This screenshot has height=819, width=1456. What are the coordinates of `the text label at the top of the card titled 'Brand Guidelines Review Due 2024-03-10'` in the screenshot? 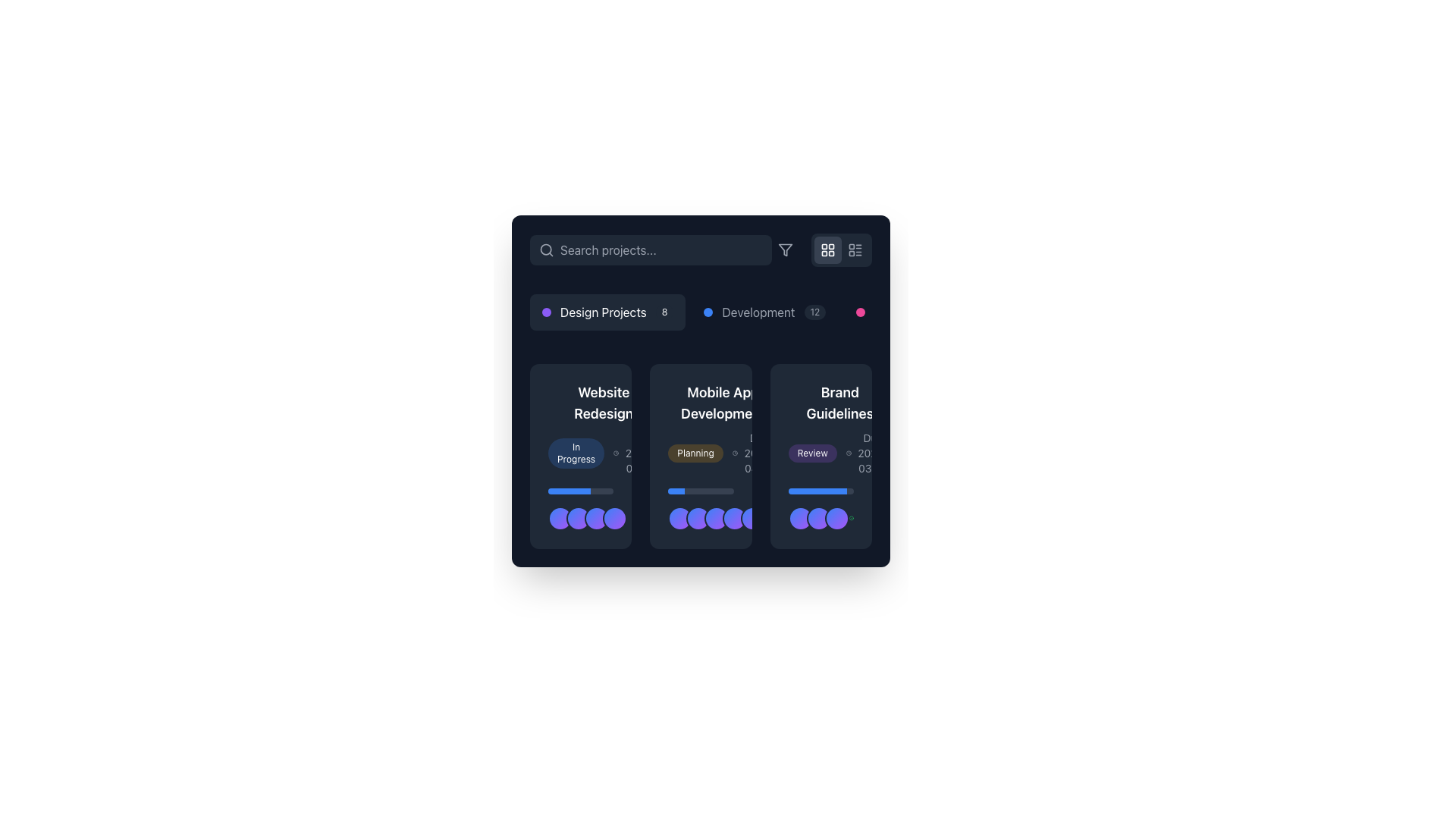 It's located at (839, 403).